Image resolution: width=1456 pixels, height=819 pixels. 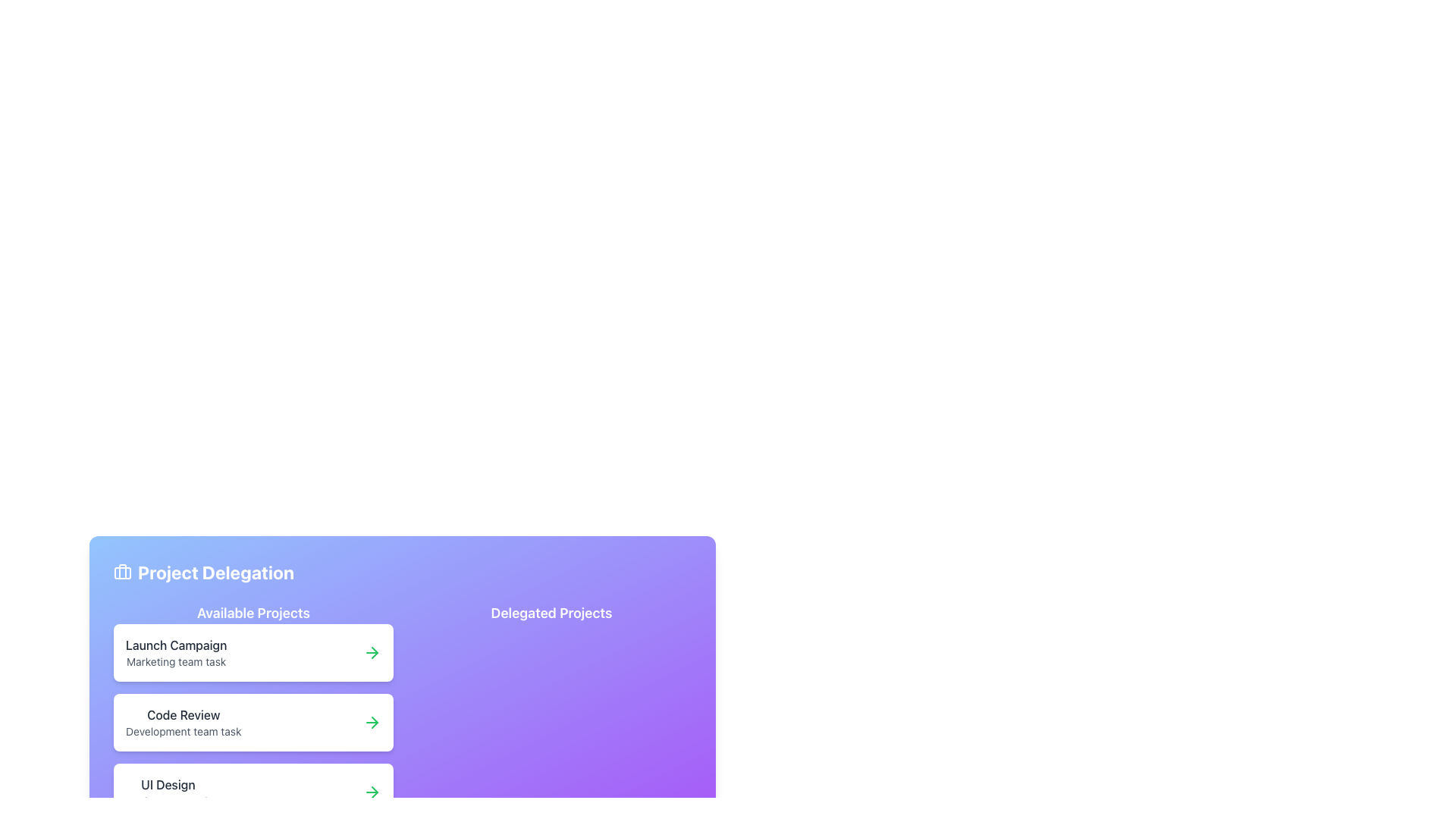 I want to click on the green arrow icon button located at the far right of the 'Launch Campaign' card, which is the first item in the list under 'Available Projects', so click(x=372, y=651).